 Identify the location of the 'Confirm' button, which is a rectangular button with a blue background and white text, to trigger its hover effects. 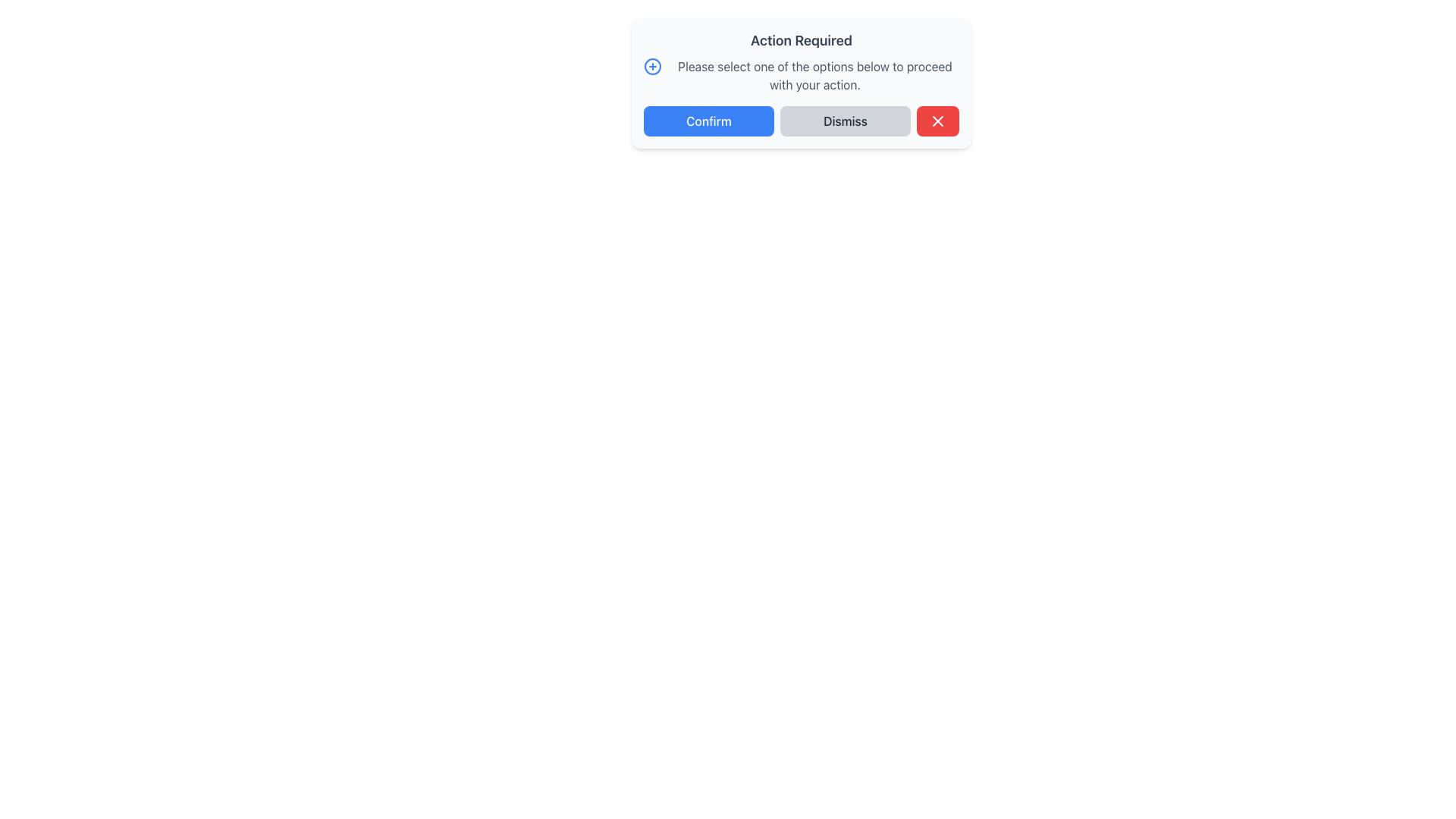
(708, 120).